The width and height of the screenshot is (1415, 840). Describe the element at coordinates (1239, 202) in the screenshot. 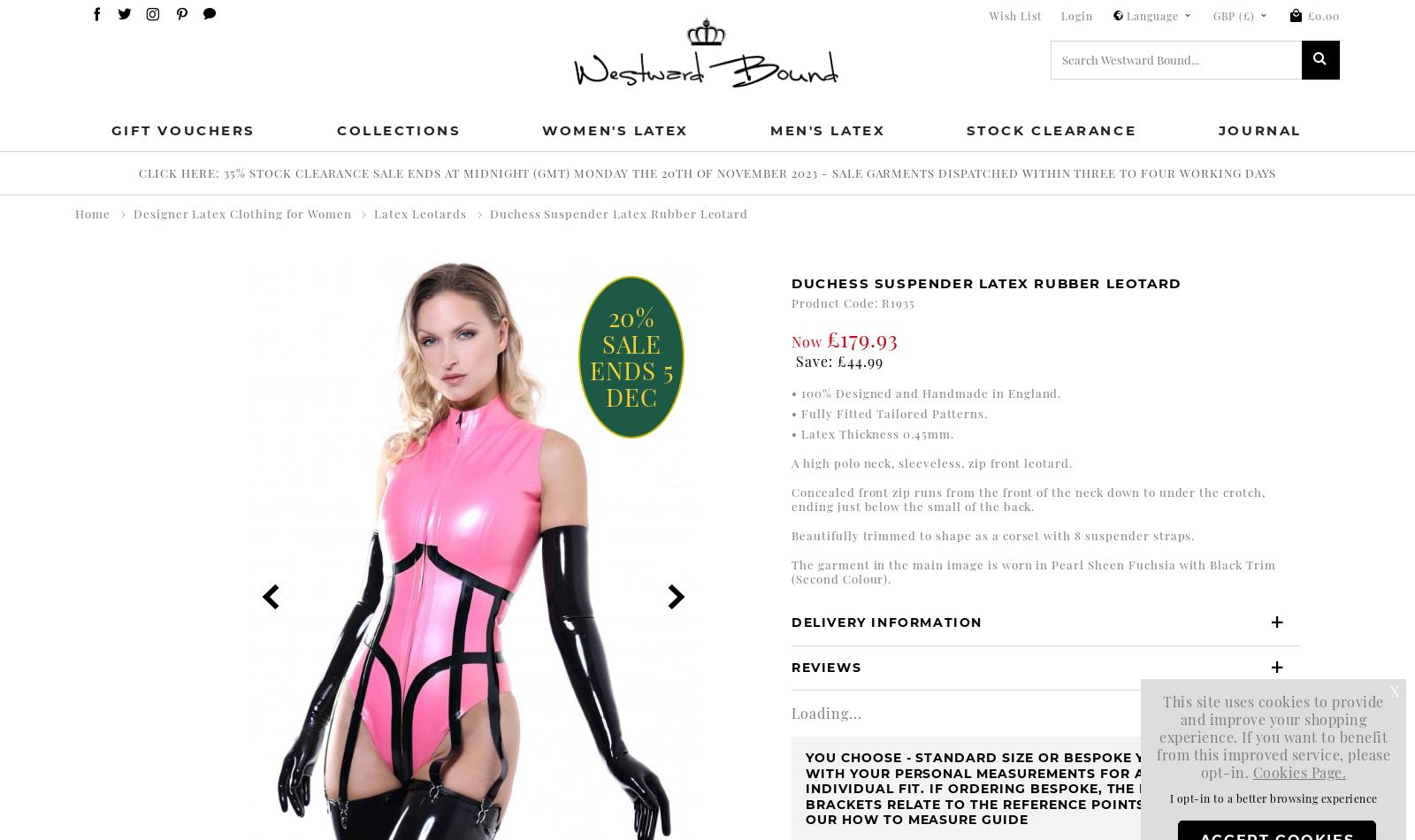

I see `'USD ($)'` at that location.